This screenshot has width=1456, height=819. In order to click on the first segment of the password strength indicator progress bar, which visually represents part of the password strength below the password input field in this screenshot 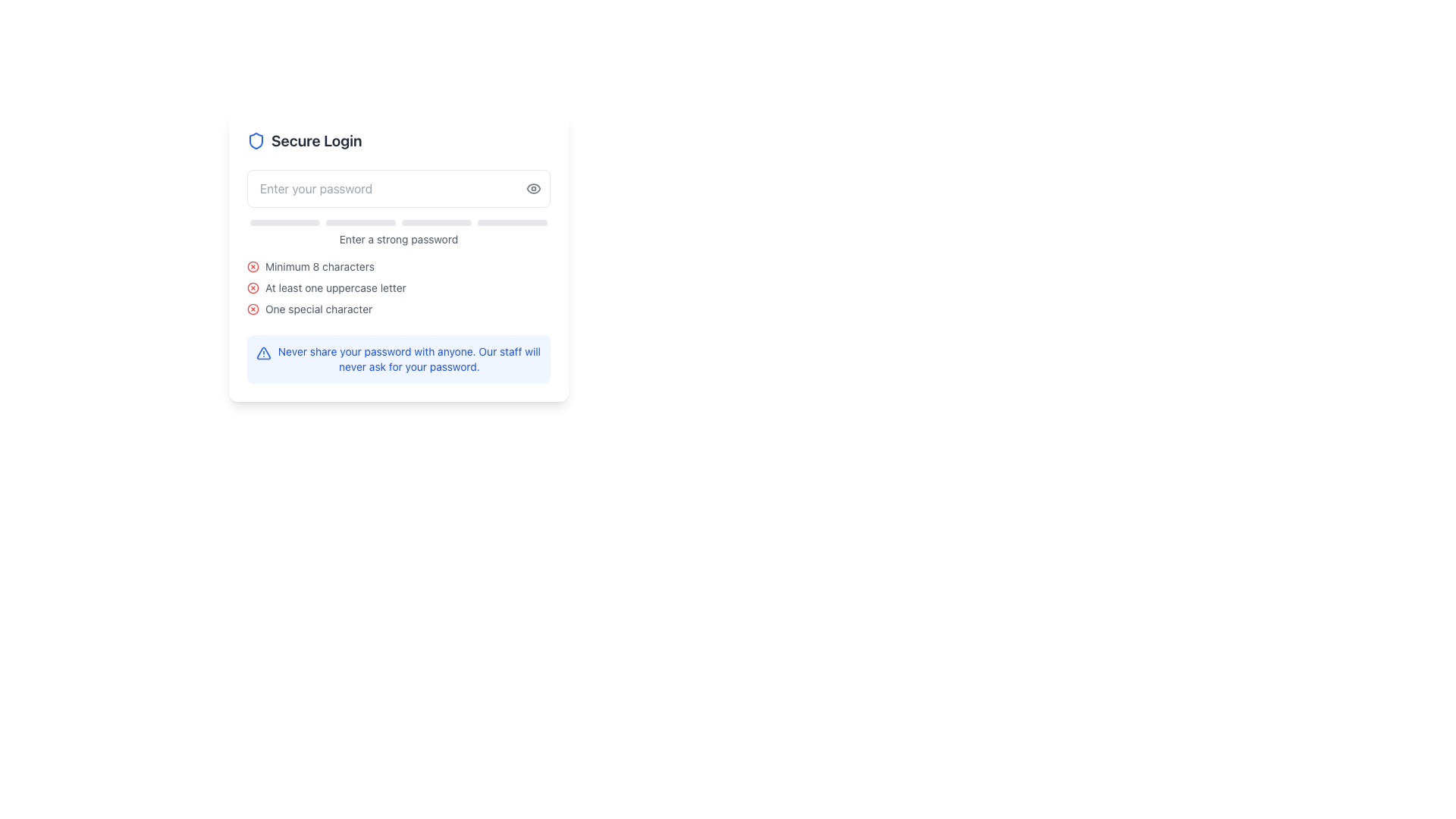, I will do `click(284, 222)`.